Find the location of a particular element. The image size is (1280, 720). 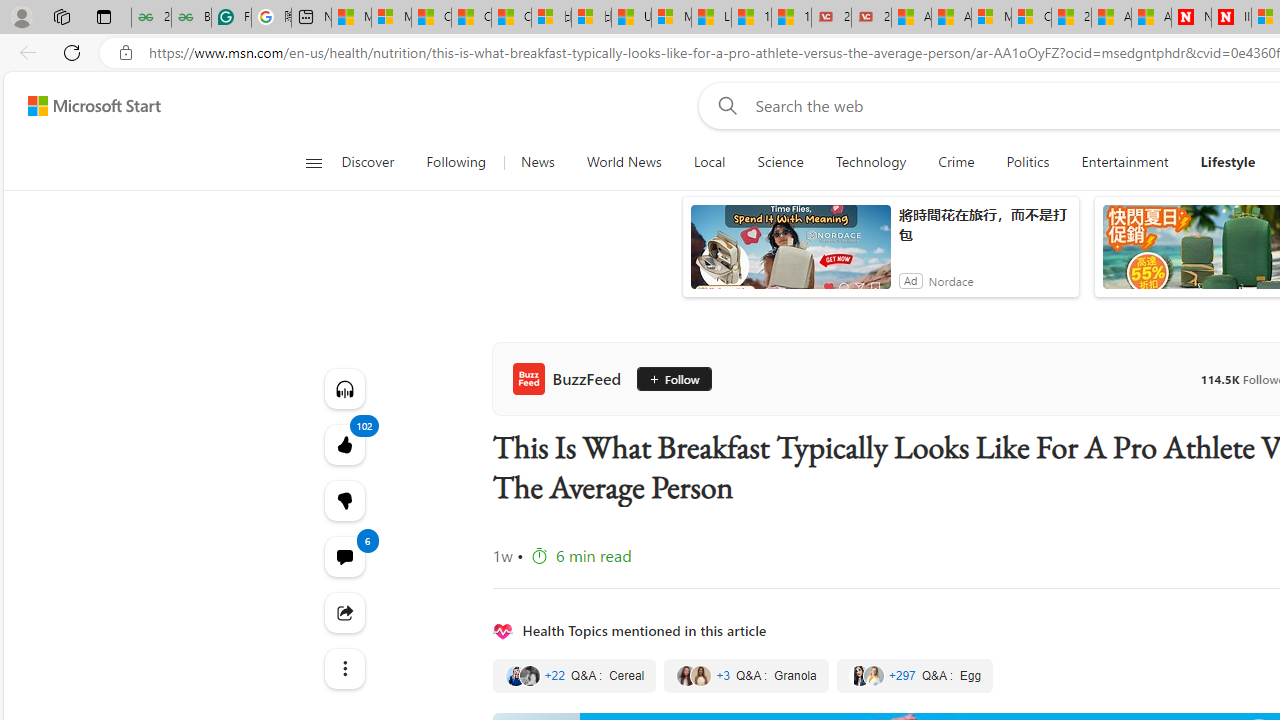

'Cloud Computing Services | Microsoft Azure' is located at coordinates (1031, 17).